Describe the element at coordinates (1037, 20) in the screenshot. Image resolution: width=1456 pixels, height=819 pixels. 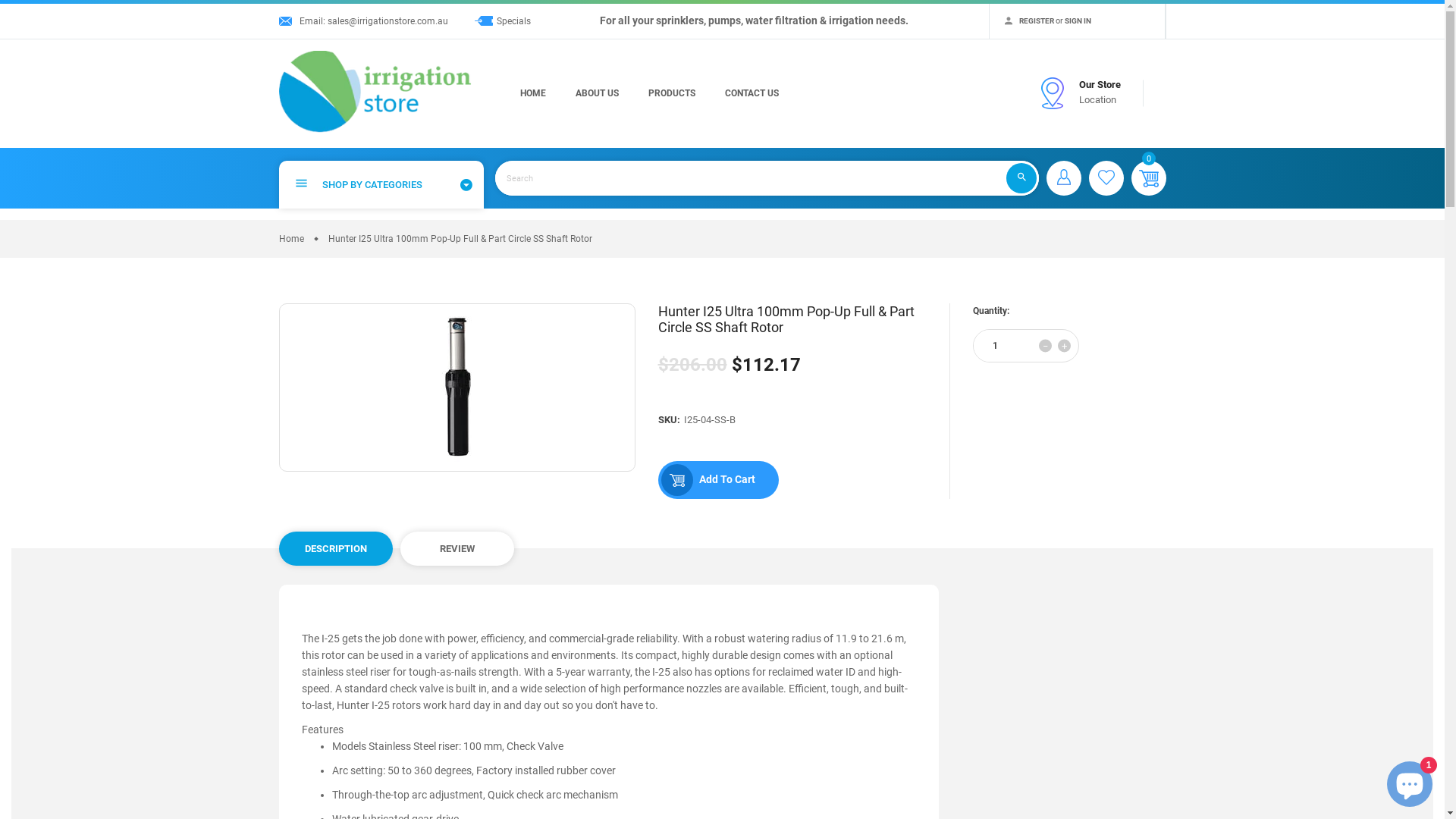
I see `'REGISTER'` at that location.